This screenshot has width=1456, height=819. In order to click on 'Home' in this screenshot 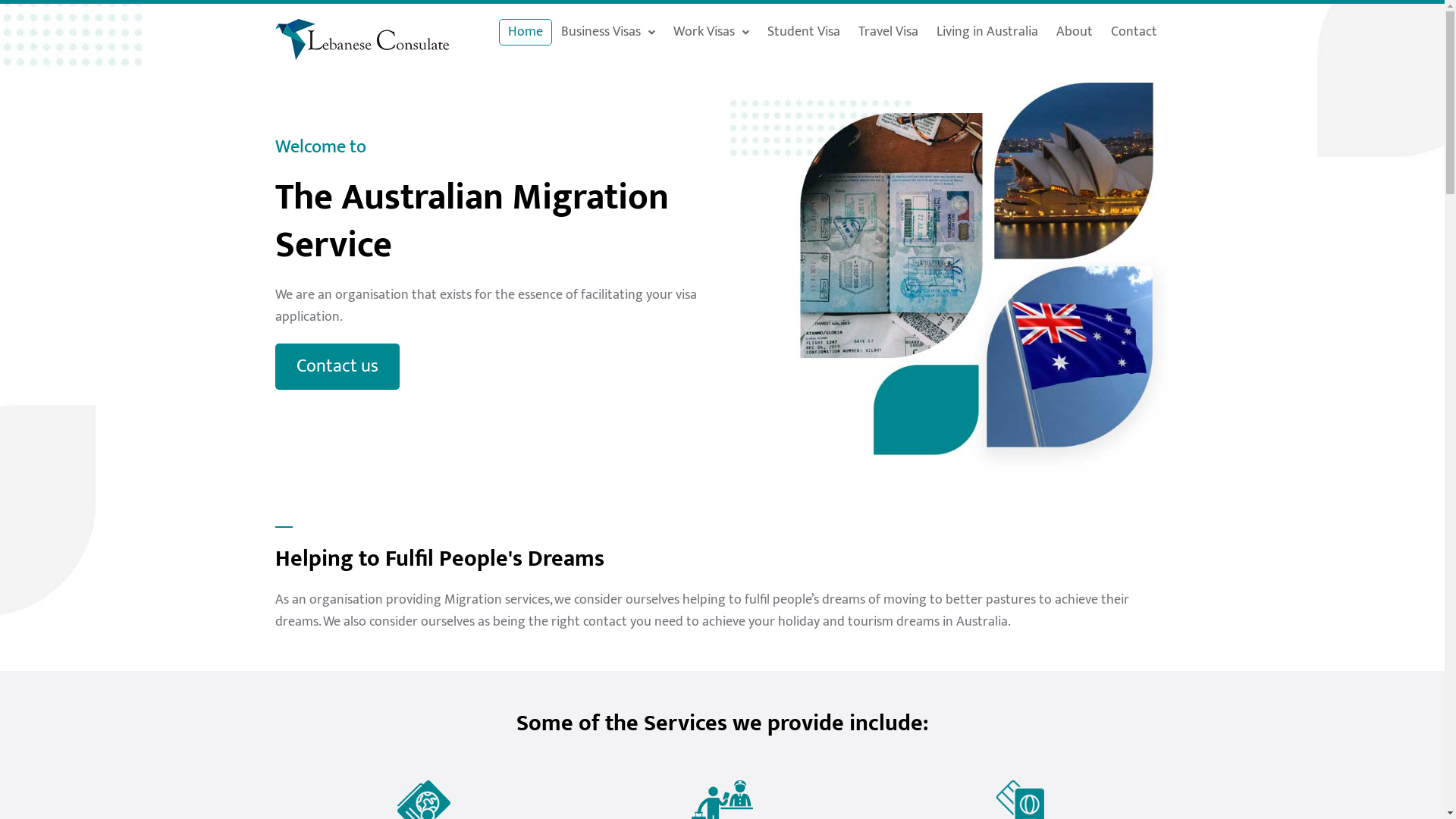, I will do `click(525, 32)`.